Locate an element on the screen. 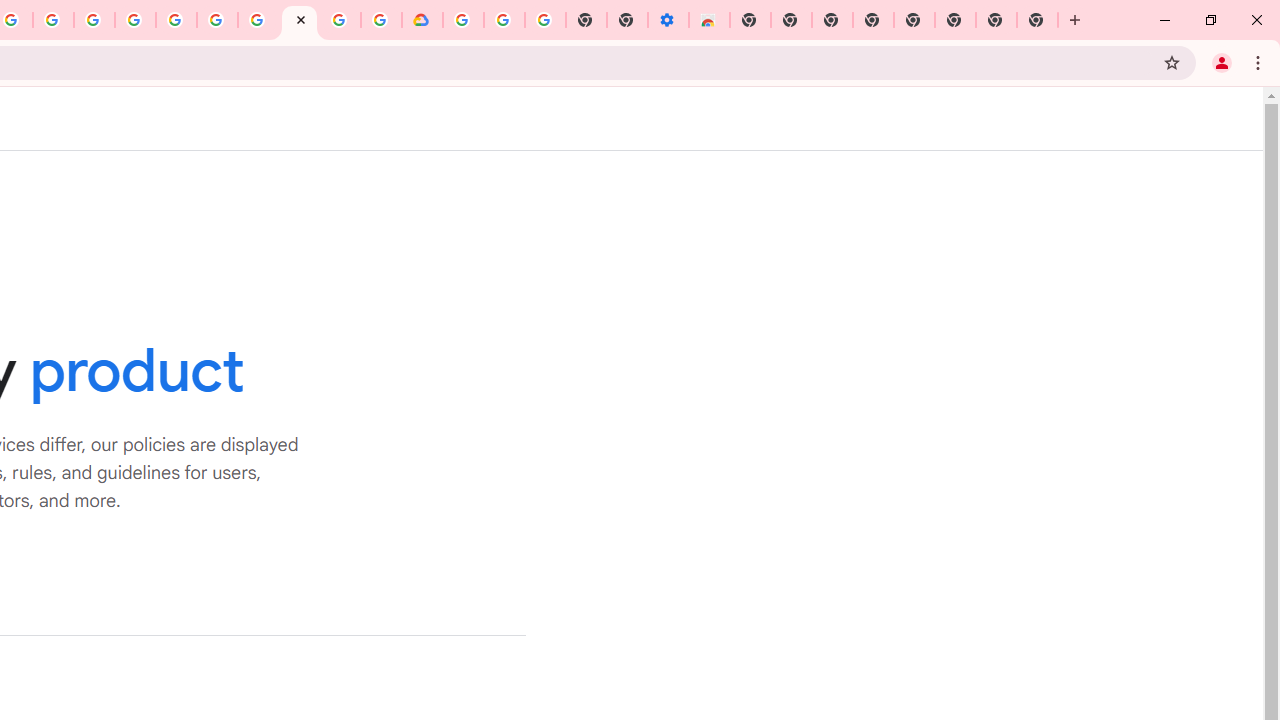 The width and height of the screenshot is (1280, 720). 'Sign in - Google Accounts' is located at coordinates (462, 20).